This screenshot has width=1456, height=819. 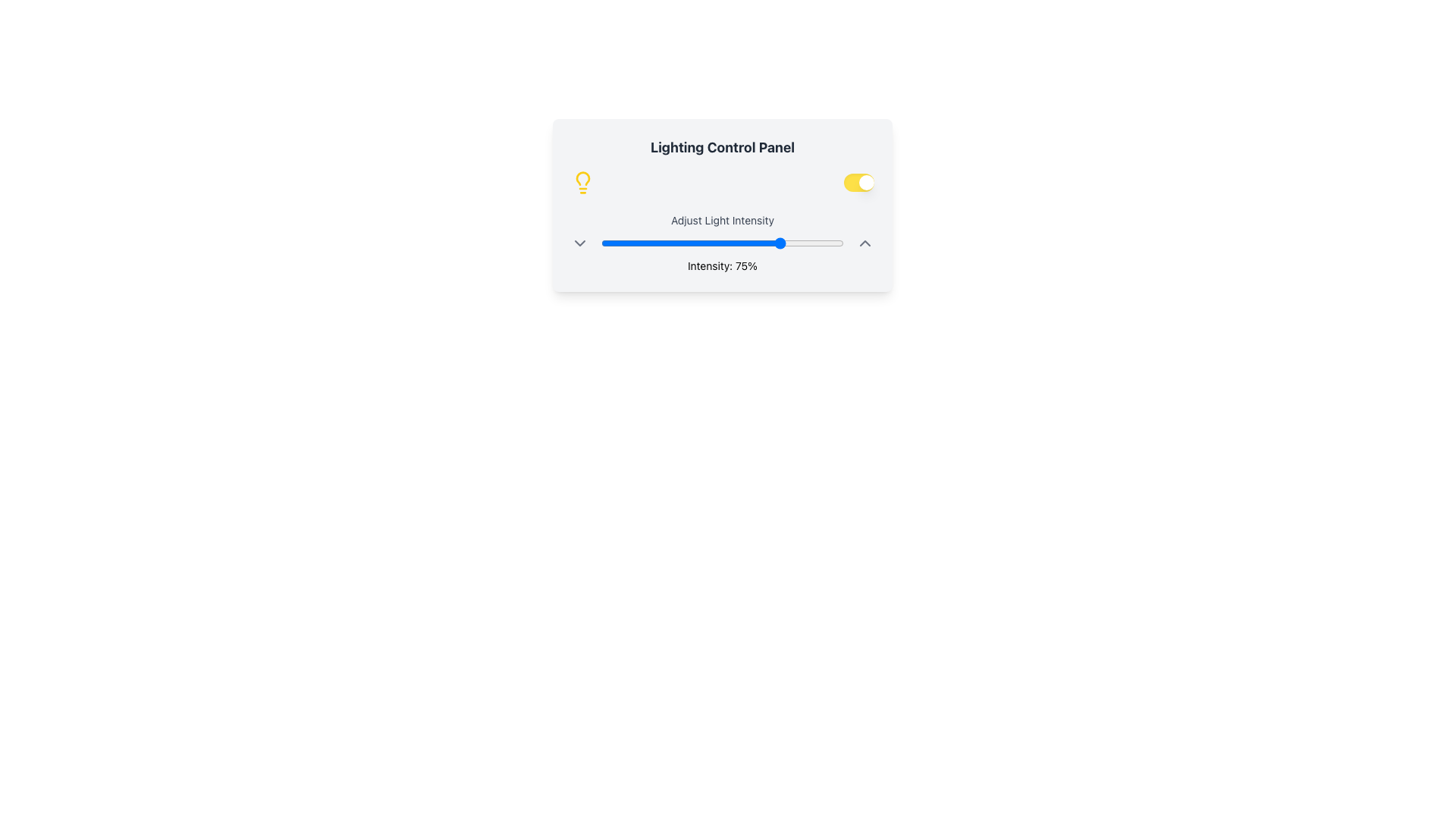 I want to click on the yellow toggle switch with a white handle on the right in the 'Lighting Control Panel' section, so click(x=858, y=181).